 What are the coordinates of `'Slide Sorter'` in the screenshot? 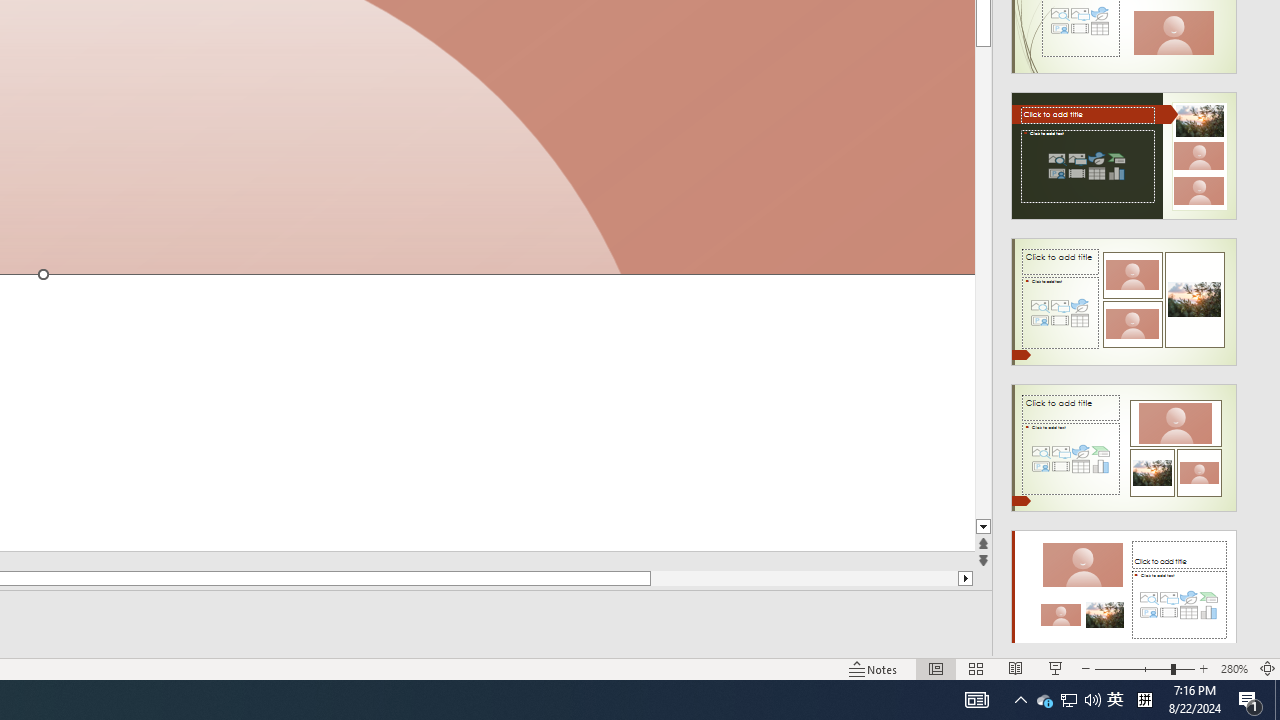 It's located at (976, 669).